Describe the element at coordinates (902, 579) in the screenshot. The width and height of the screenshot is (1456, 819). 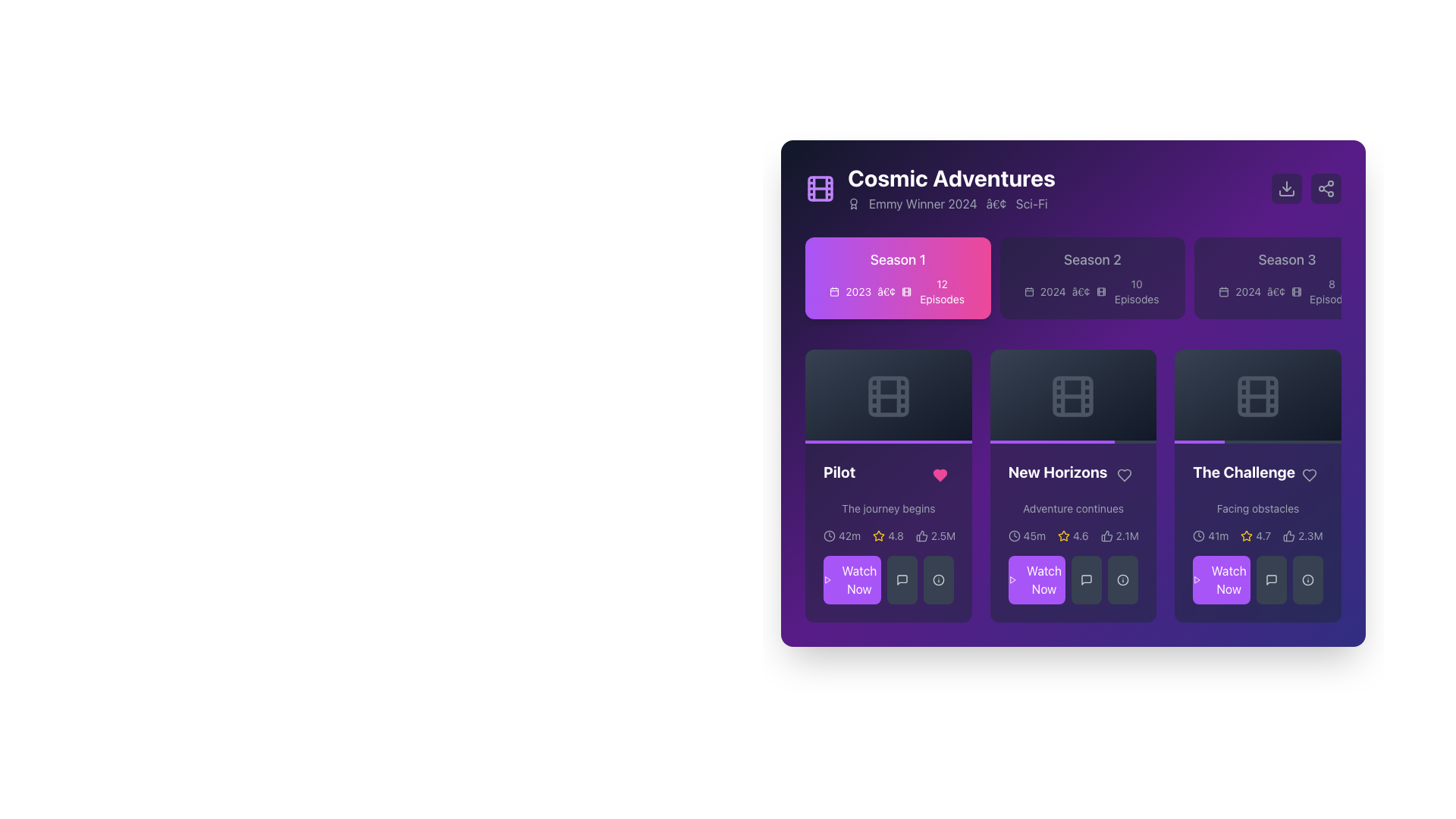
I see `the speech bubble icon button associated with messaging or comment features` at that location.